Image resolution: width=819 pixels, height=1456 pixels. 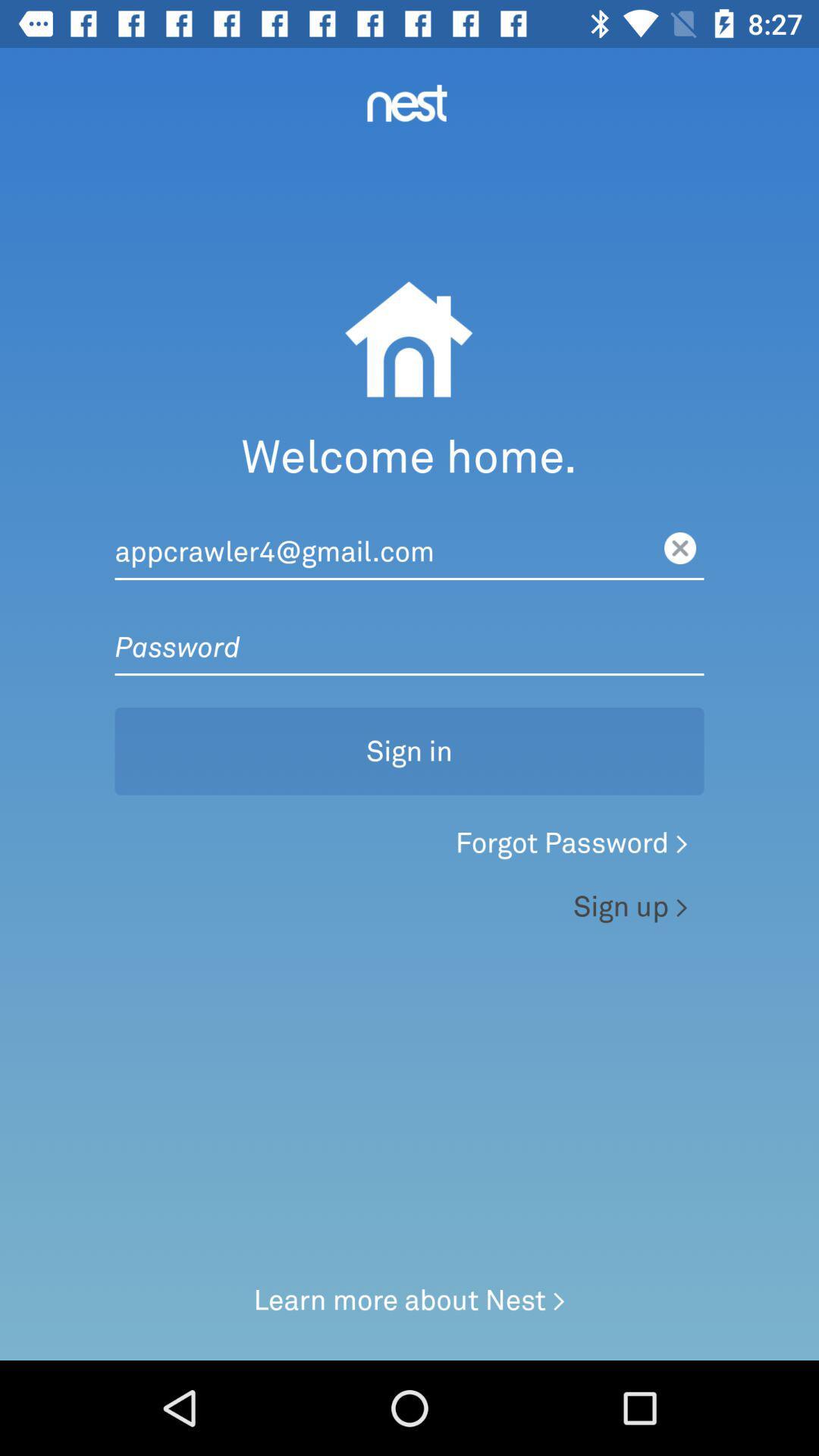 I want to click on the button below sign in, so click(x=409, y=846).